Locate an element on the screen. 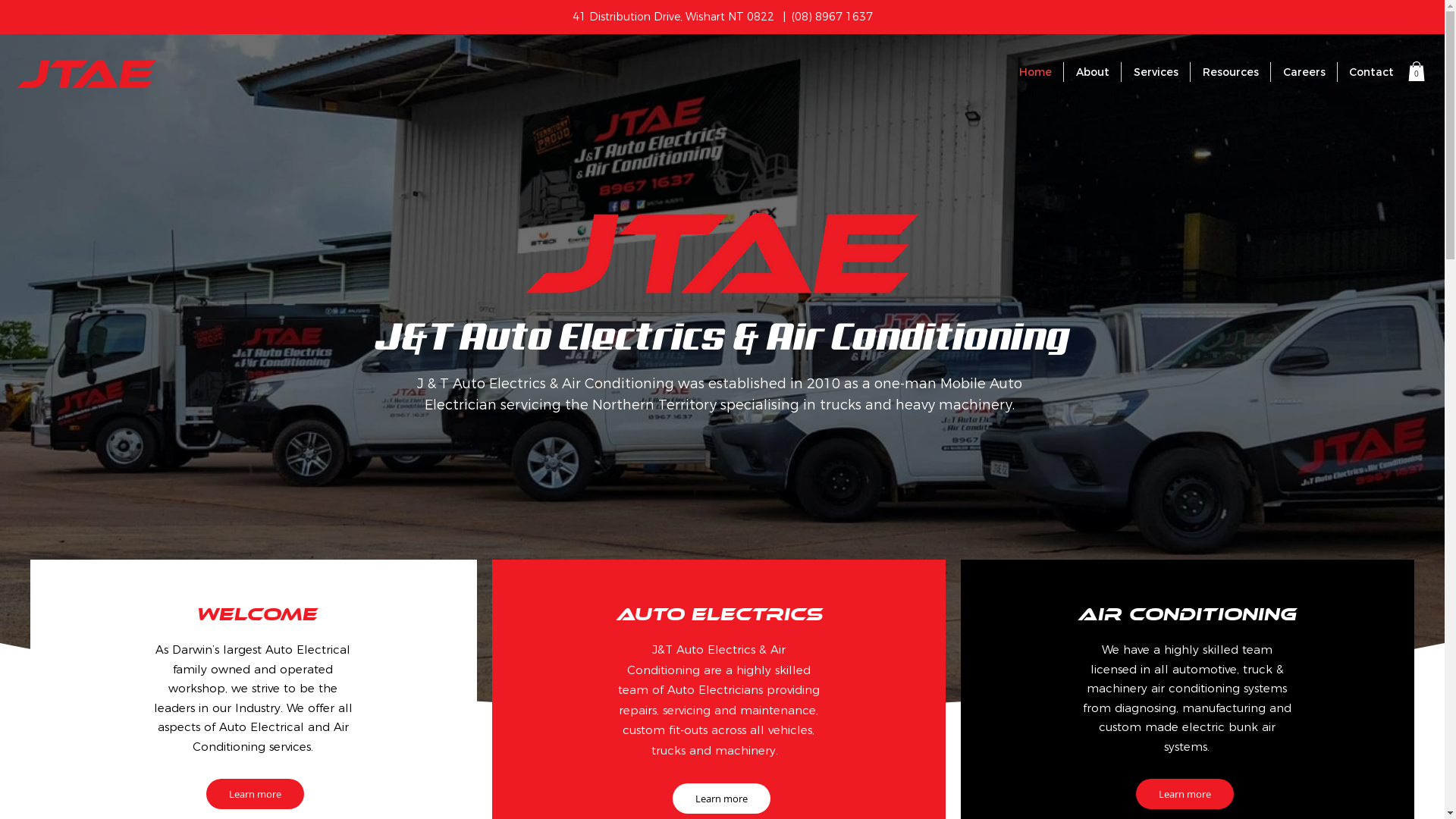 The image size is (1456, 819). '41 Distribution Drive, Wishart NT 0822 ' is located at coordinates (570, 17).